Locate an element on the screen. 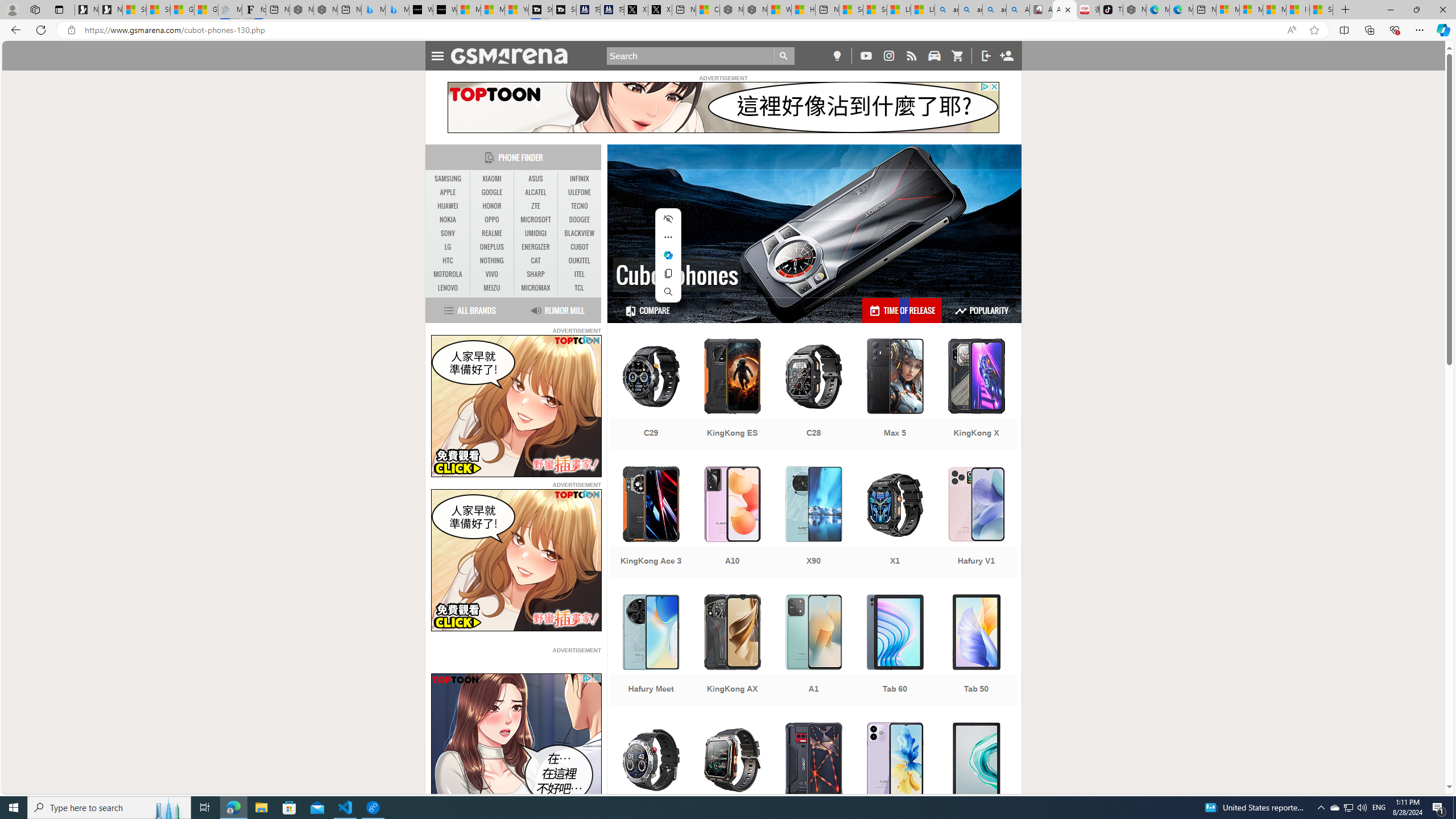 The width and height of the screenshot is (1456, 819). 'XIAOMI' is located at coordinates (491, 179).